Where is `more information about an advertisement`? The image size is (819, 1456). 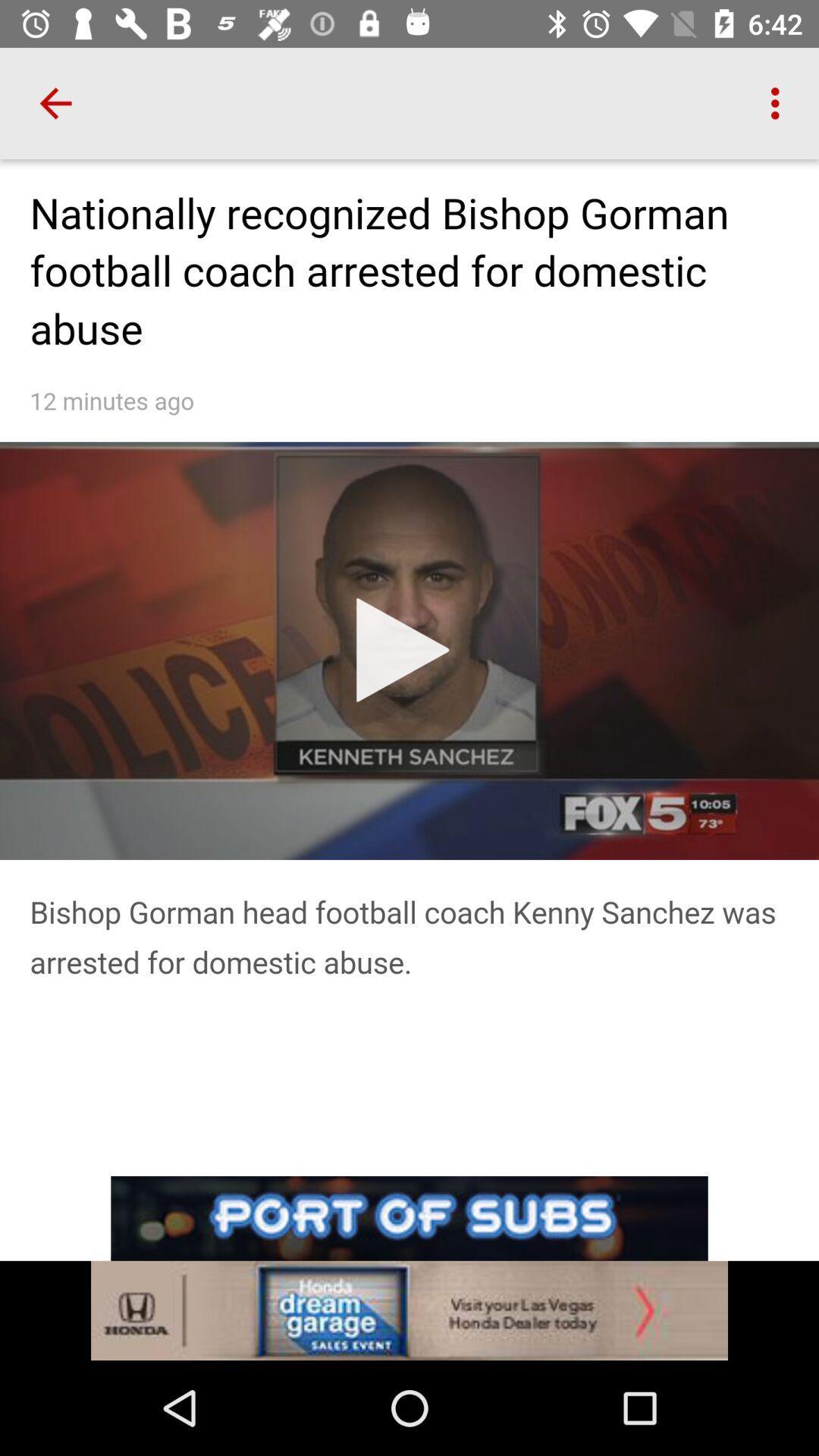
more information about an advertisement is located at coordinates (409, 1310).